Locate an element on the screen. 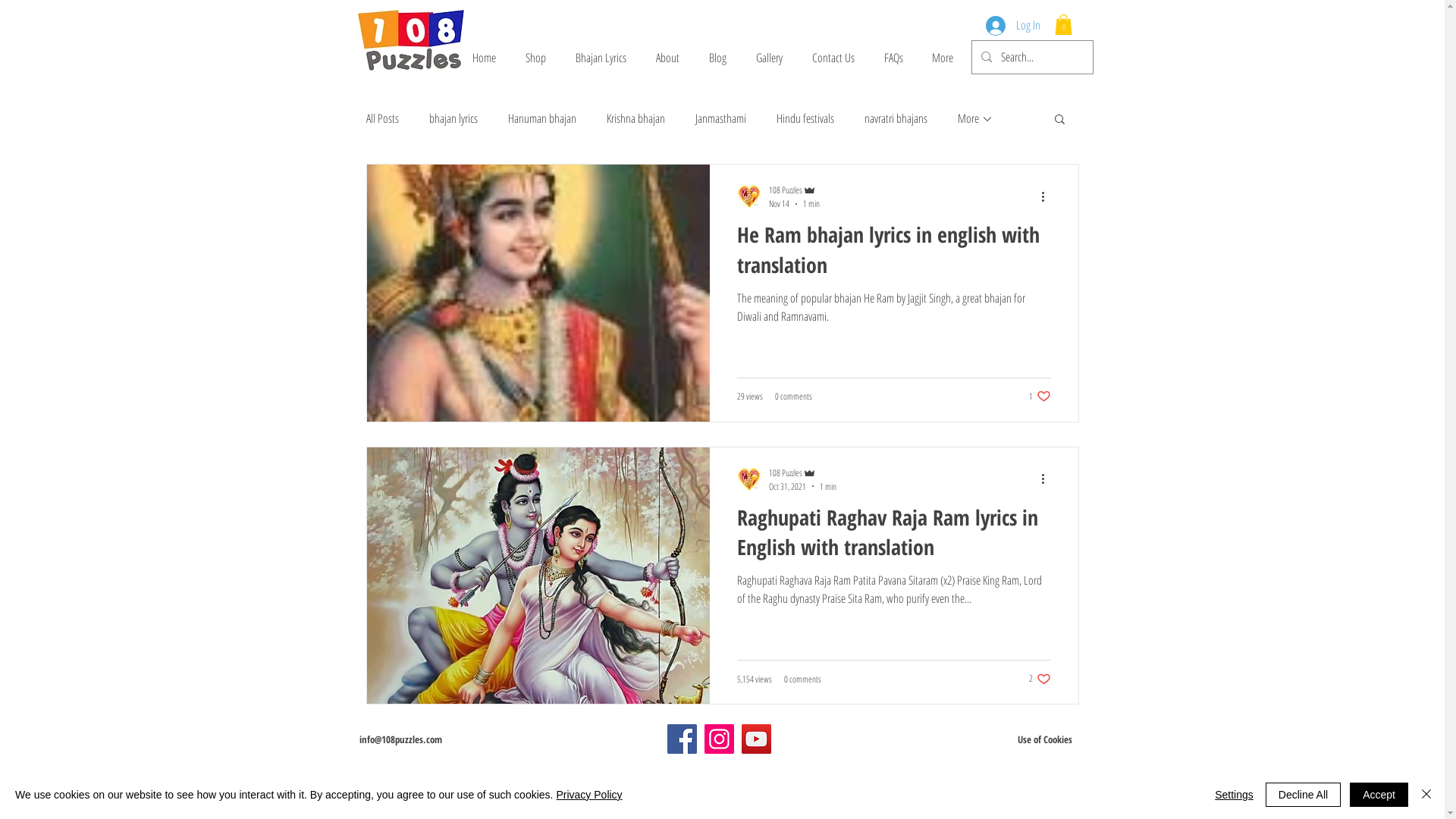 Image resolution: width=1456 pixels, height=819 pixels. 'Hindu festivals' is located at coordinates (804, 117).